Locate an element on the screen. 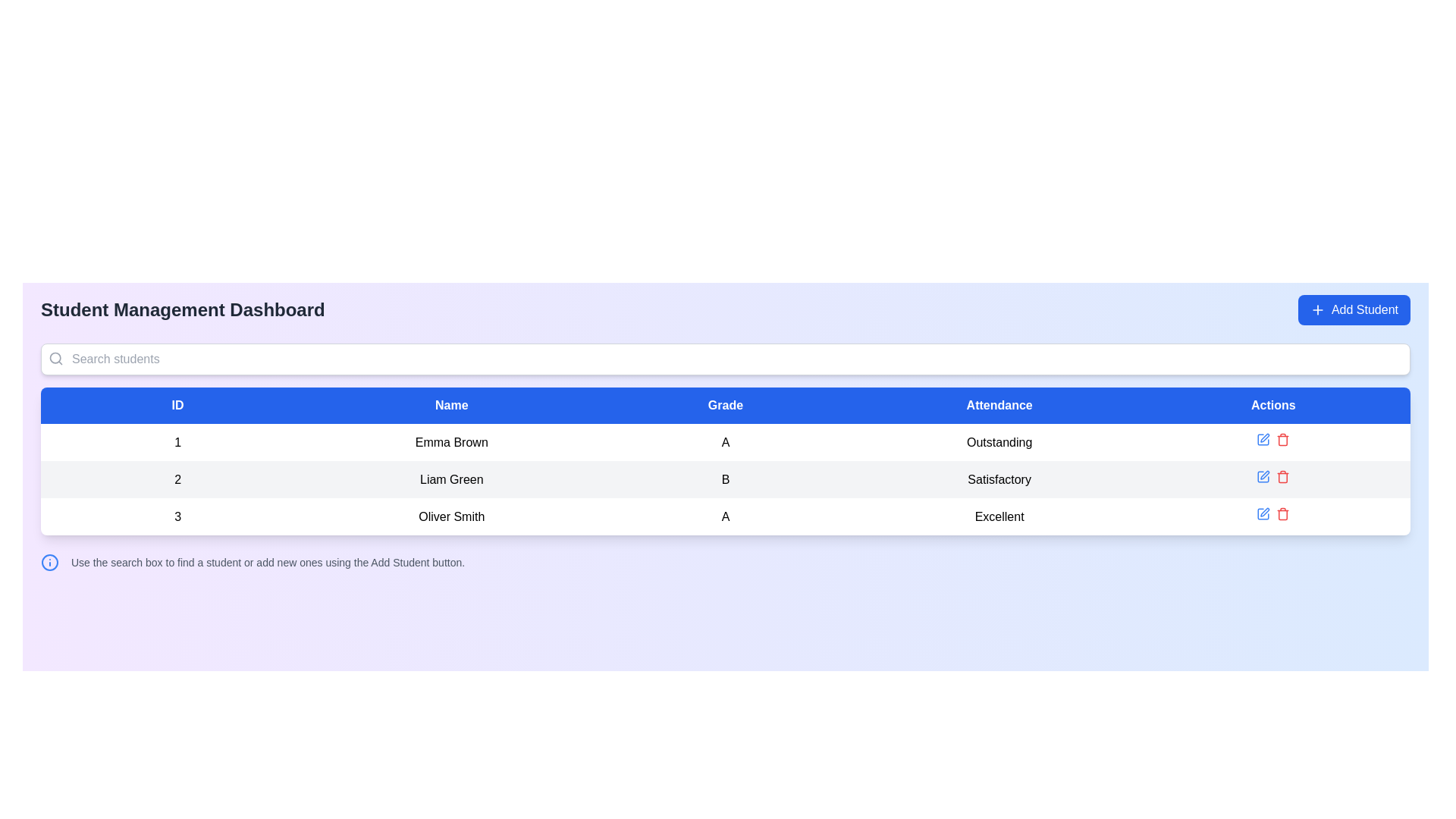 This screenshot has height=819, width=1456. the Text label in the second row of the table under the 'ID' column that identifies the entry for 'Liam Green' is located at coordinates (177, 479).